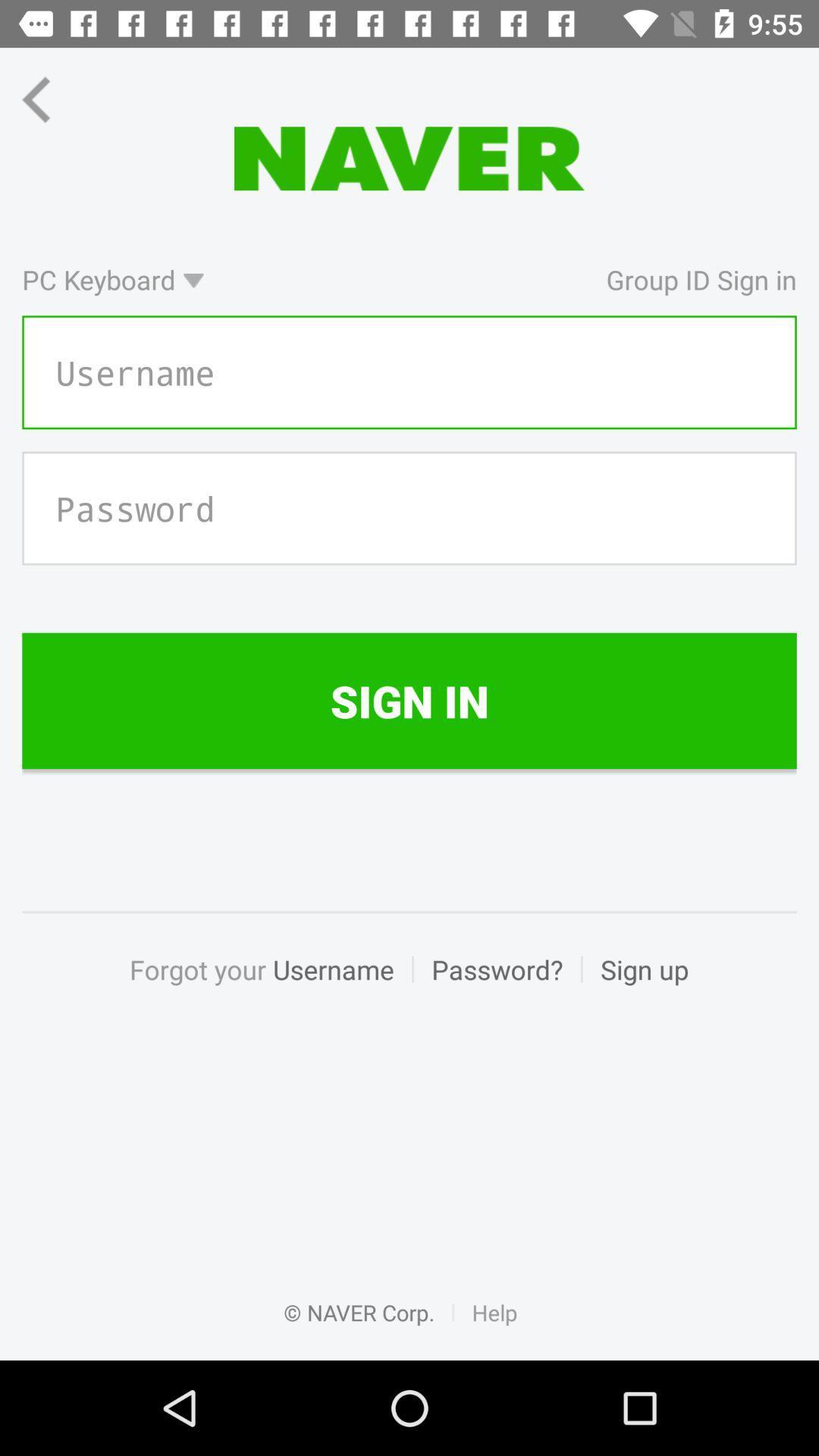  What do you see at coordinates (49, 99) in the screenshot?
I see `the arrow_backward icon` at bounding box center [49, 99].